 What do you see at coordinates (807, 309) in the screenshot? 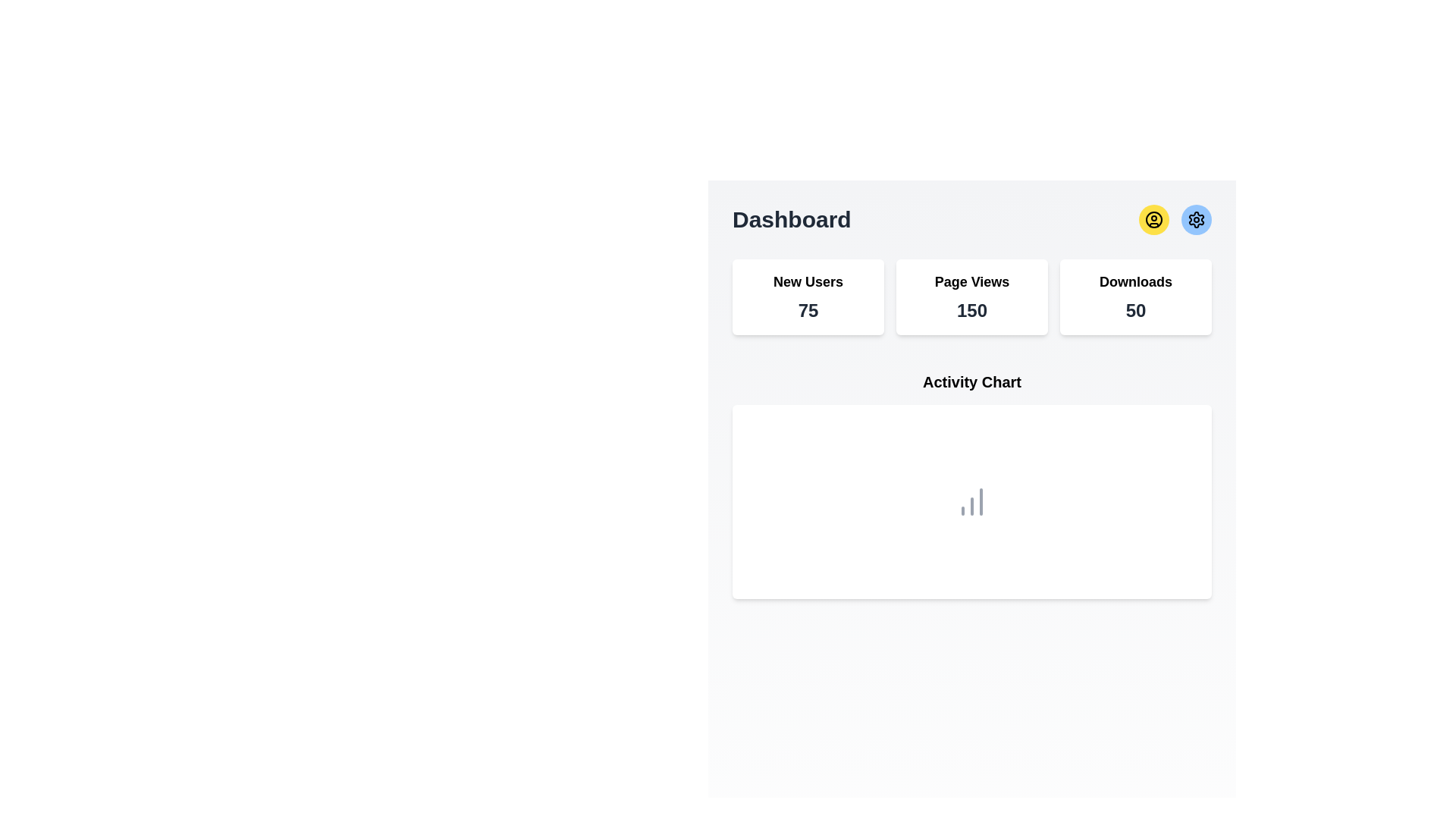
I see `the text label displaying the count of new users, which is located below the 'New Users' text in the top-left corner of the main content area` at bounding box center [807, 309].